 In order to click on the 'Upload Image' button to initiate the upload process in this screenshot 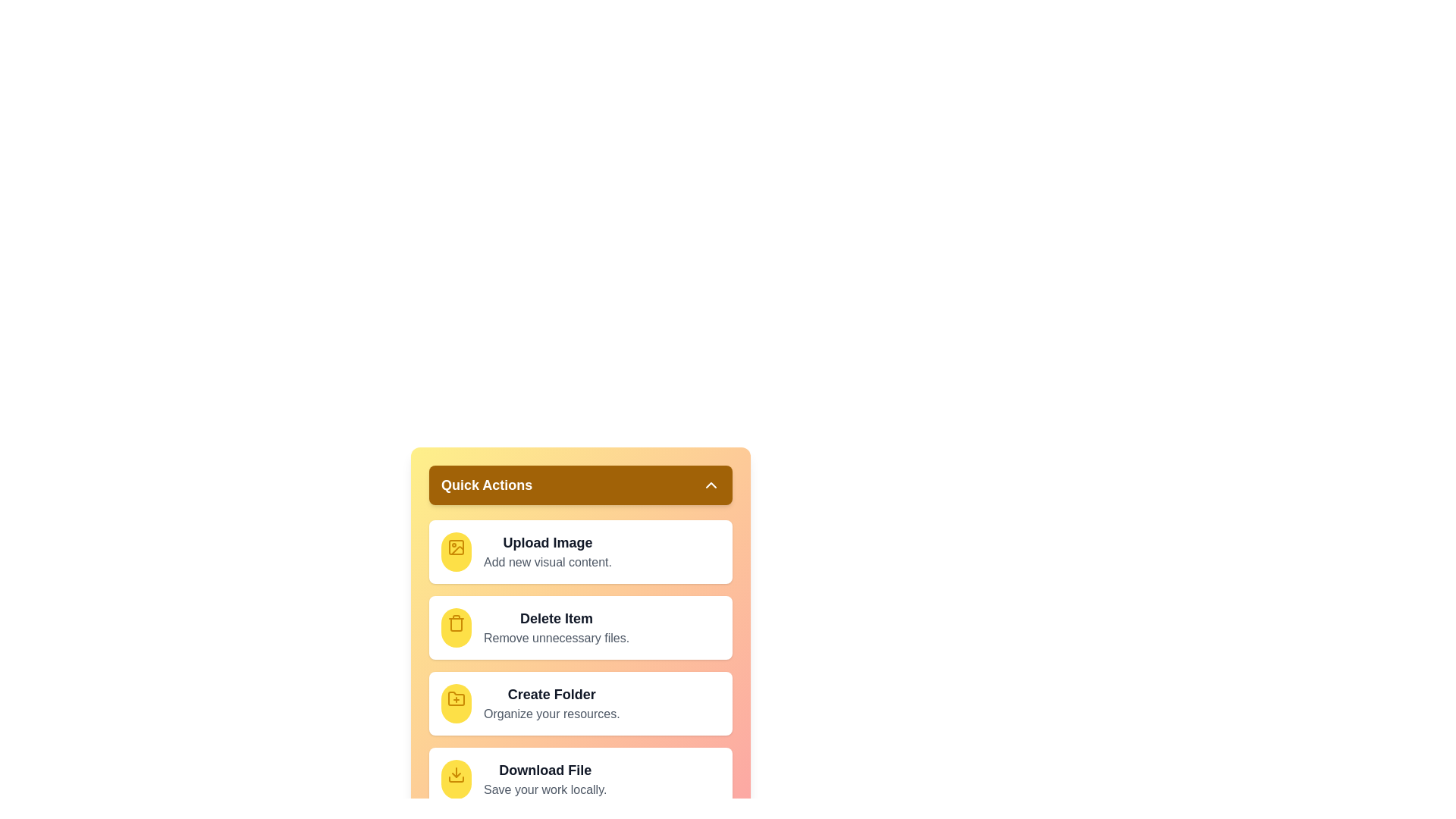, I will do `click(547, 542)`.